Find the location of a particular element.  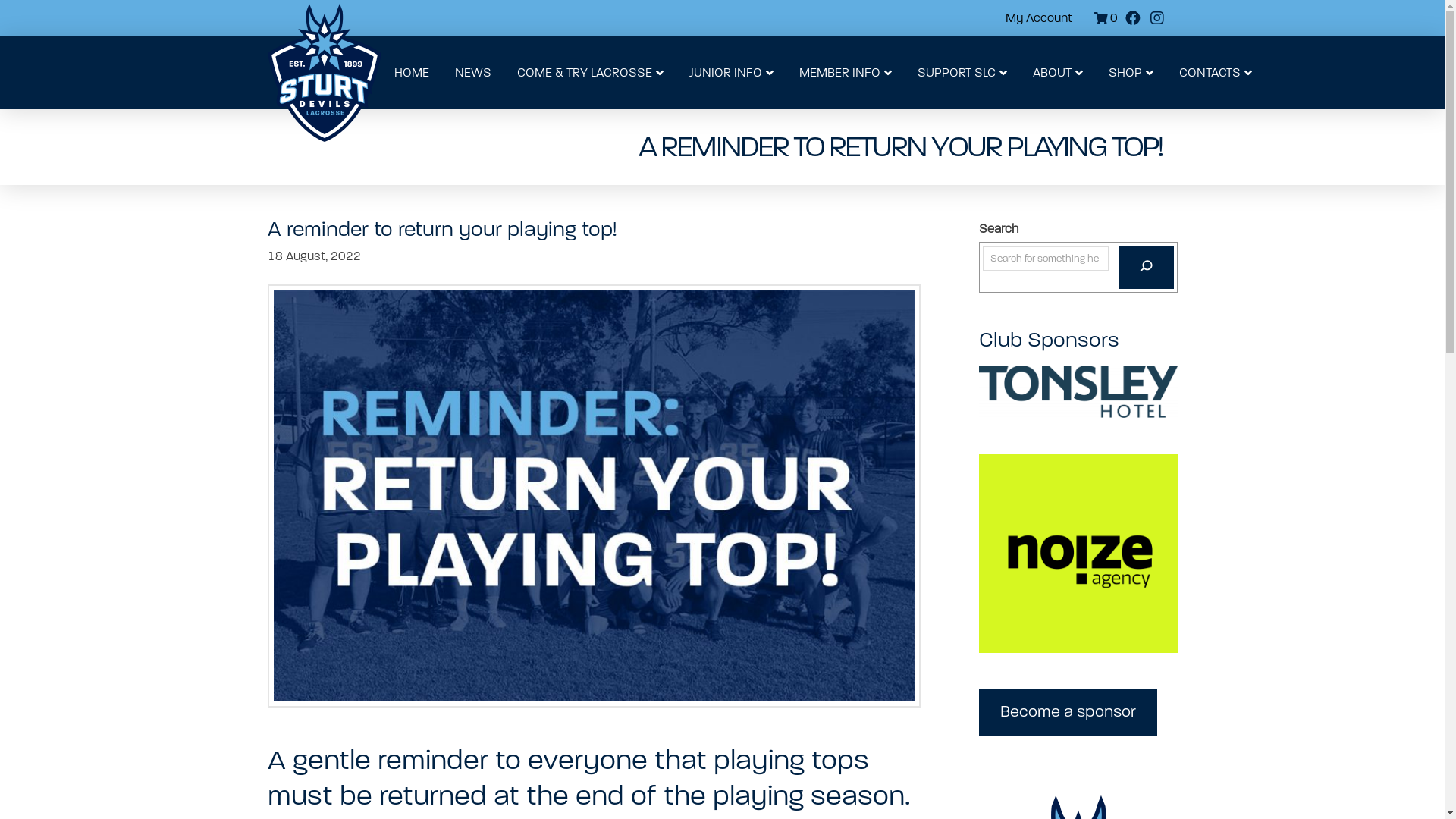

'ABOUT' is located at coordinates (1056, 73).